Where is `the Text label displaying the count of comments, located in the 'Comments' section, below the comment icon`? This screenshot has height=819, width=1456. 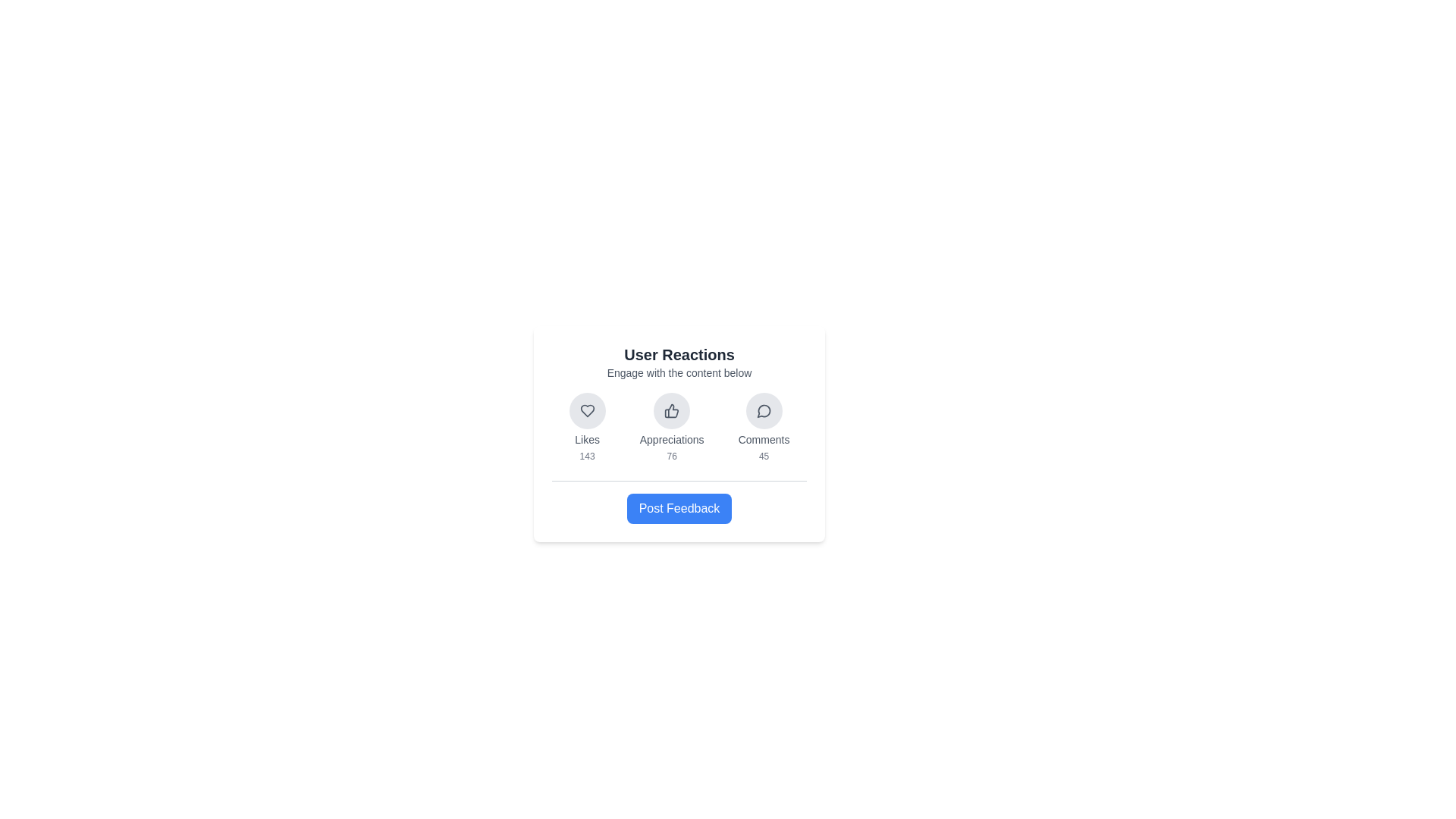
the Text label displaying the count of comments, located in the 'Comments' section, below the comment icon is located at coordinates (764, 455).